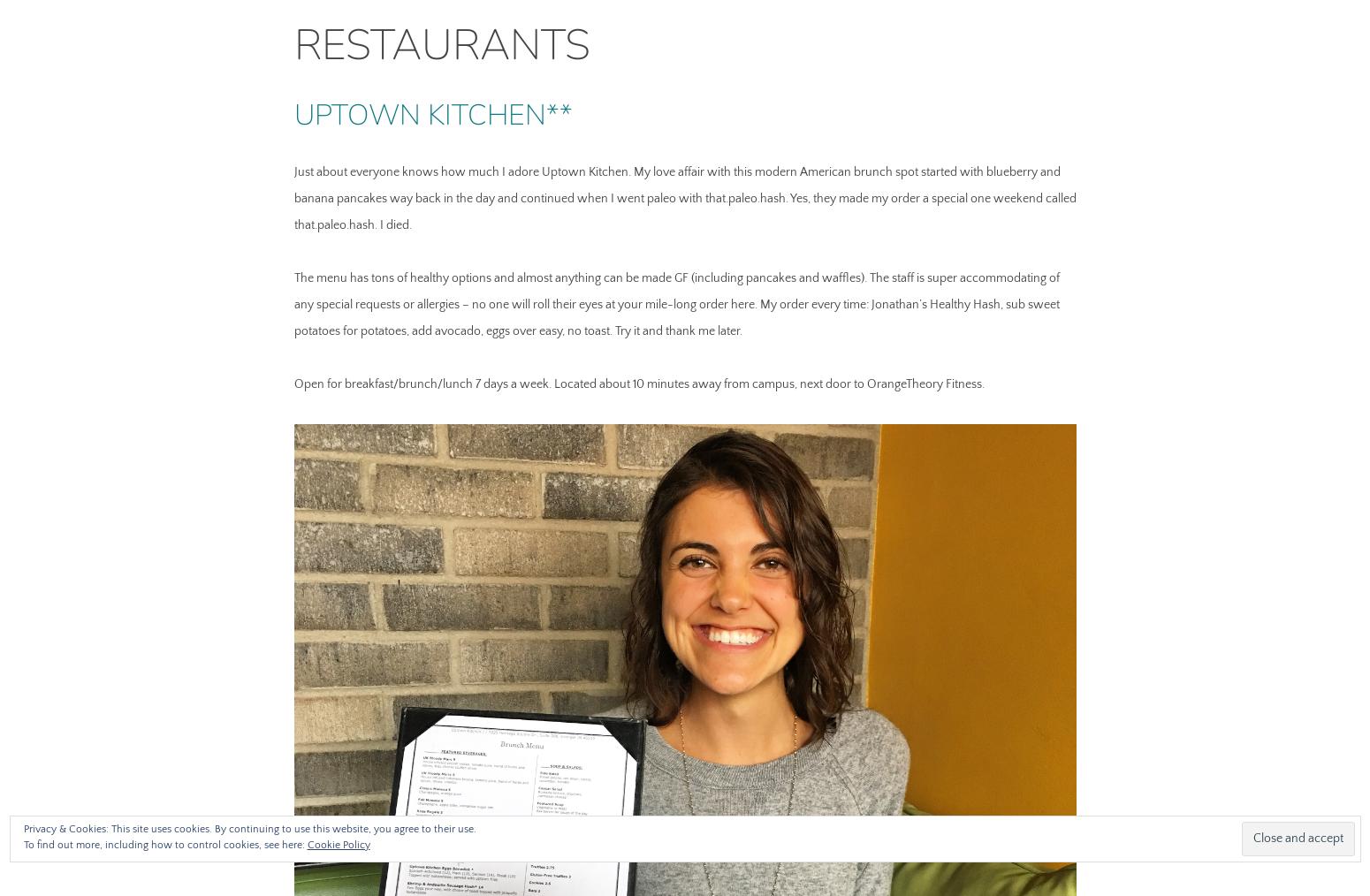 This screenshot has height=896, width=1370. I want to click on 'Cookie Policy', so click(337, 844).